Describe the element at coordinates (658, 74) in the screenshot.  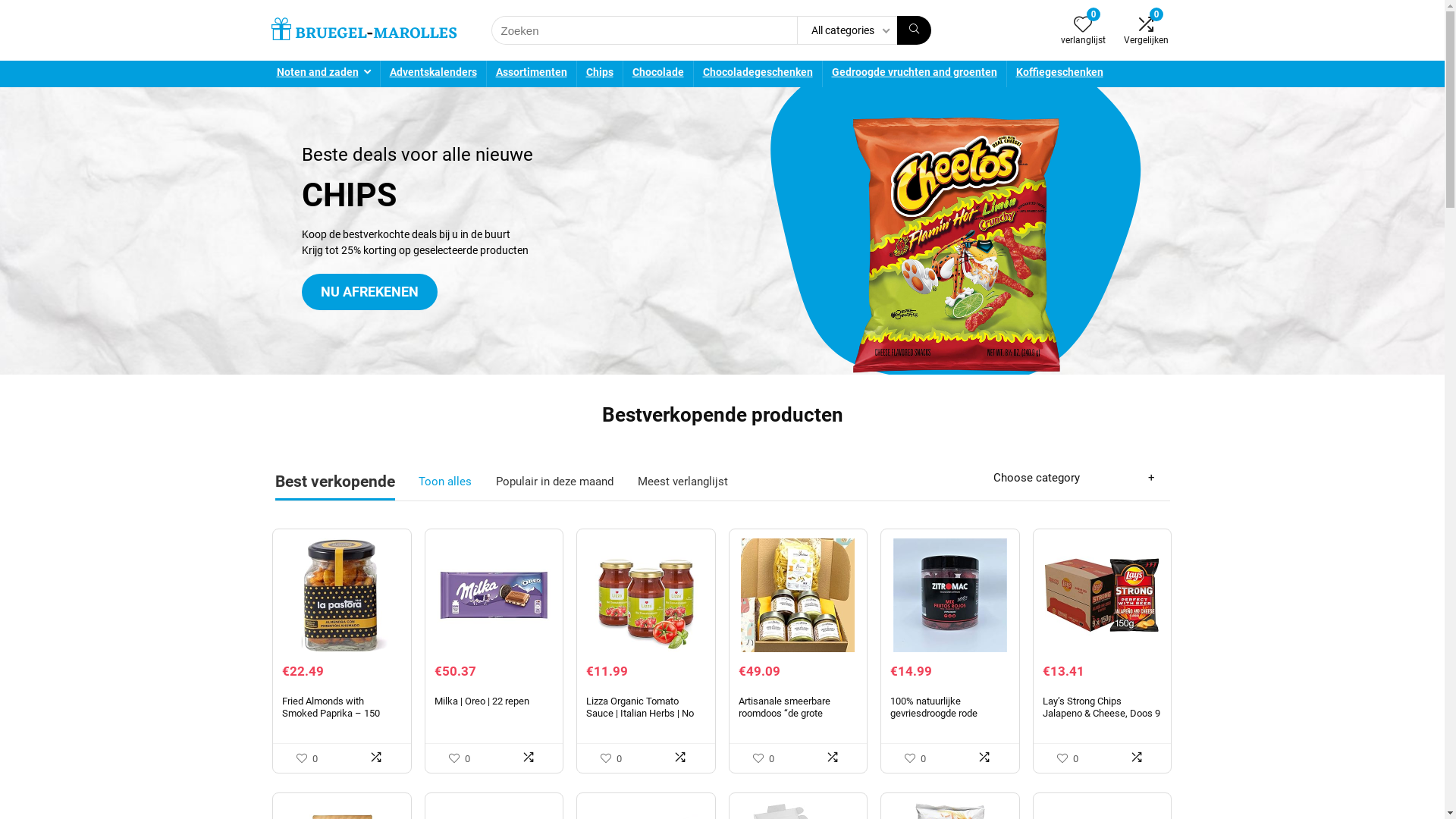
I see `'Chocolade'` at that location.